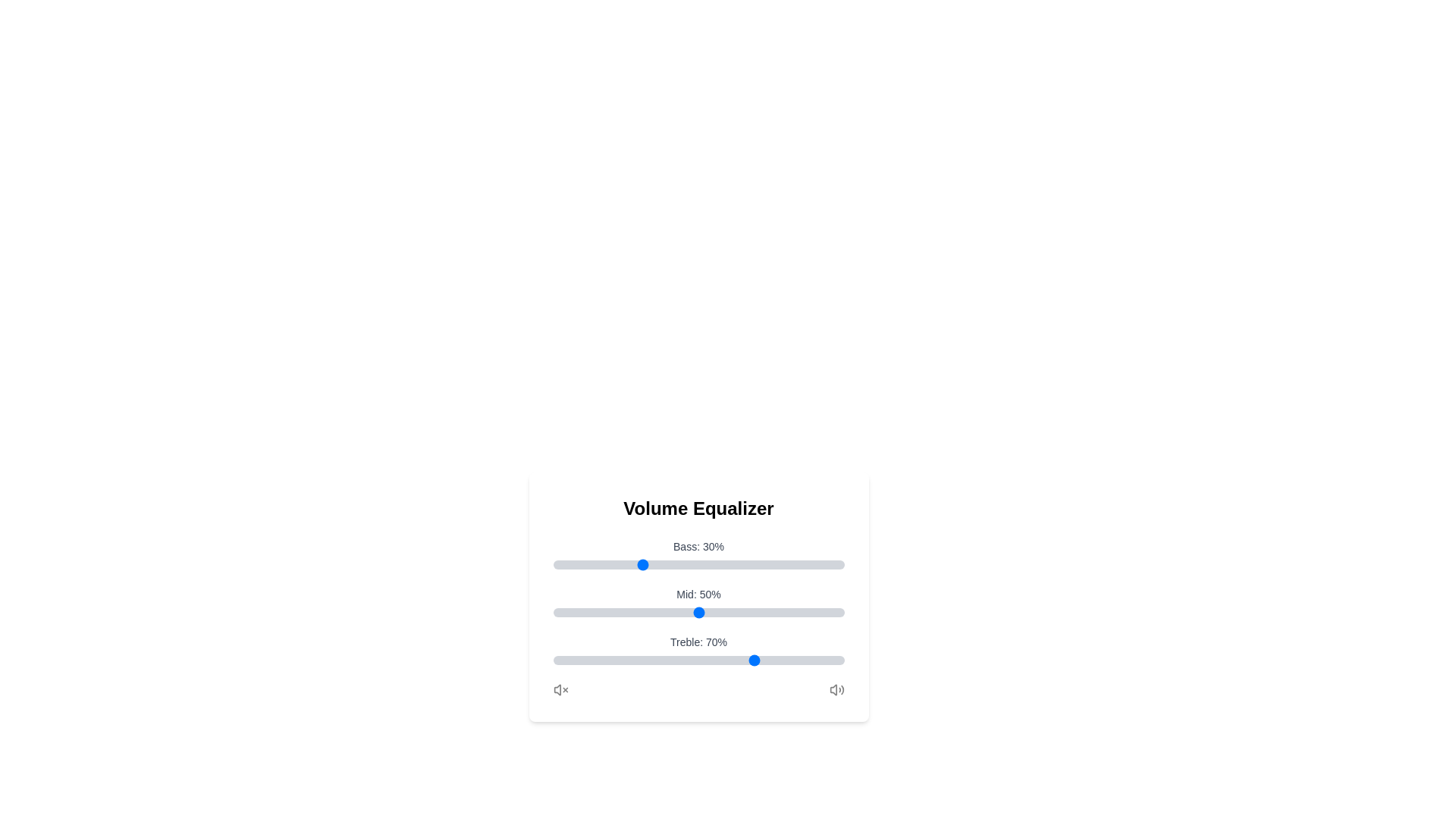 This screenshot has width=1456, height=819. What do you see at coordinates (689, 564) in the screenshot?
I see `the Bass slider to set its value to 47` at bounding box center [689, 564].